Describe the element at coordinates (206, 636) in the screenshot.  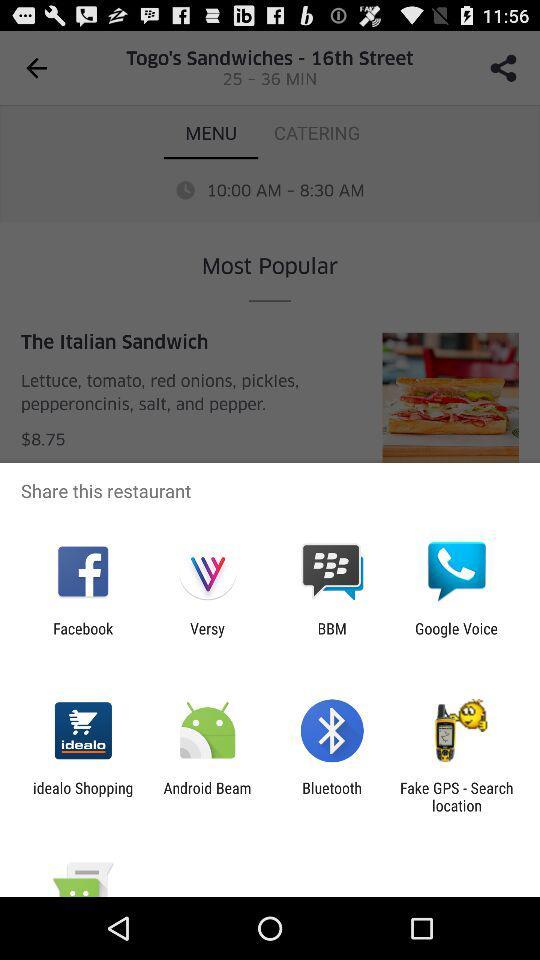
I see `the item to the left of the bbm` at that location.